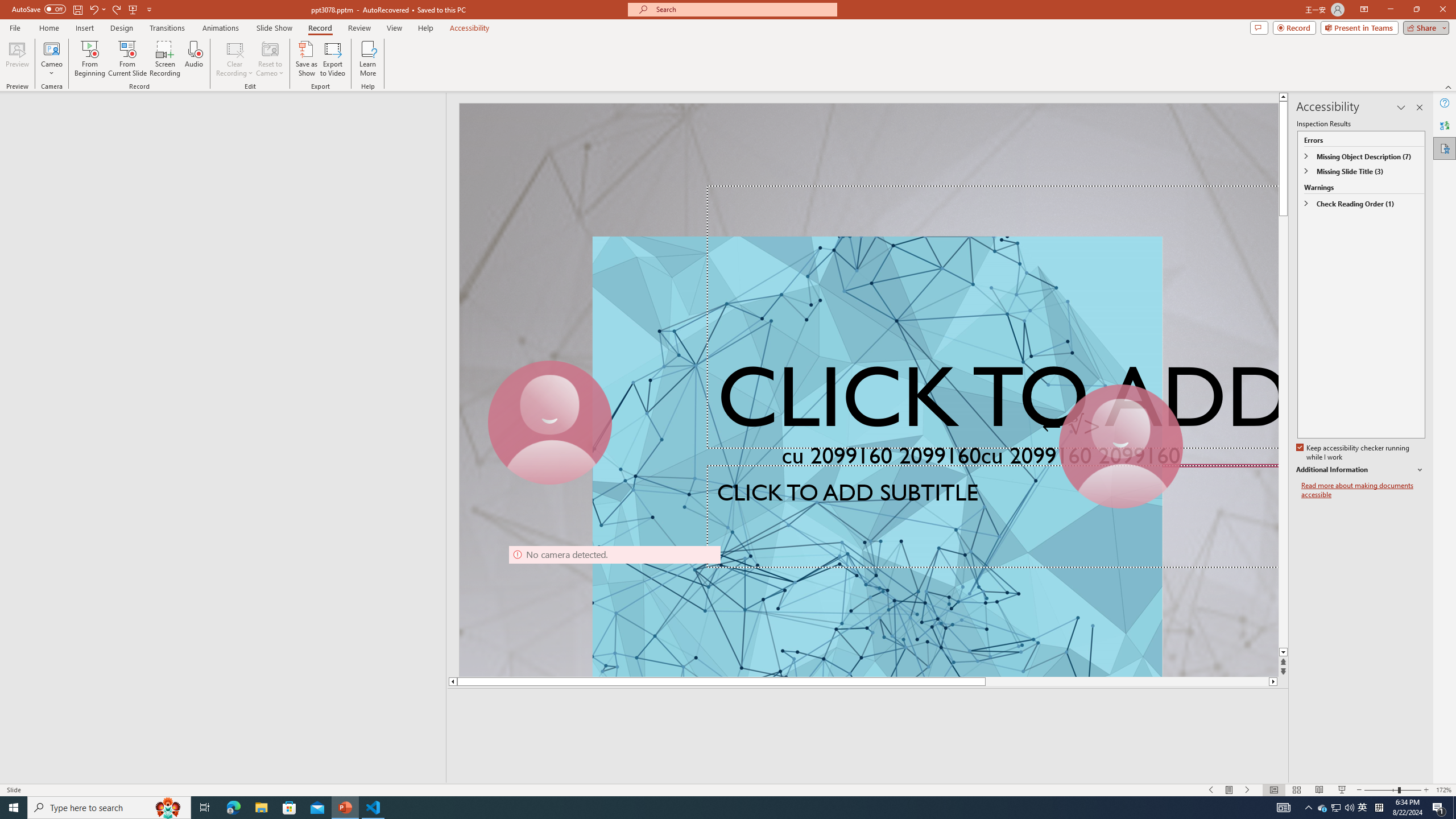  Describe the element at coordinates (269, 59) in the screenshot. I see `'Reset to Cameo'` at that location.